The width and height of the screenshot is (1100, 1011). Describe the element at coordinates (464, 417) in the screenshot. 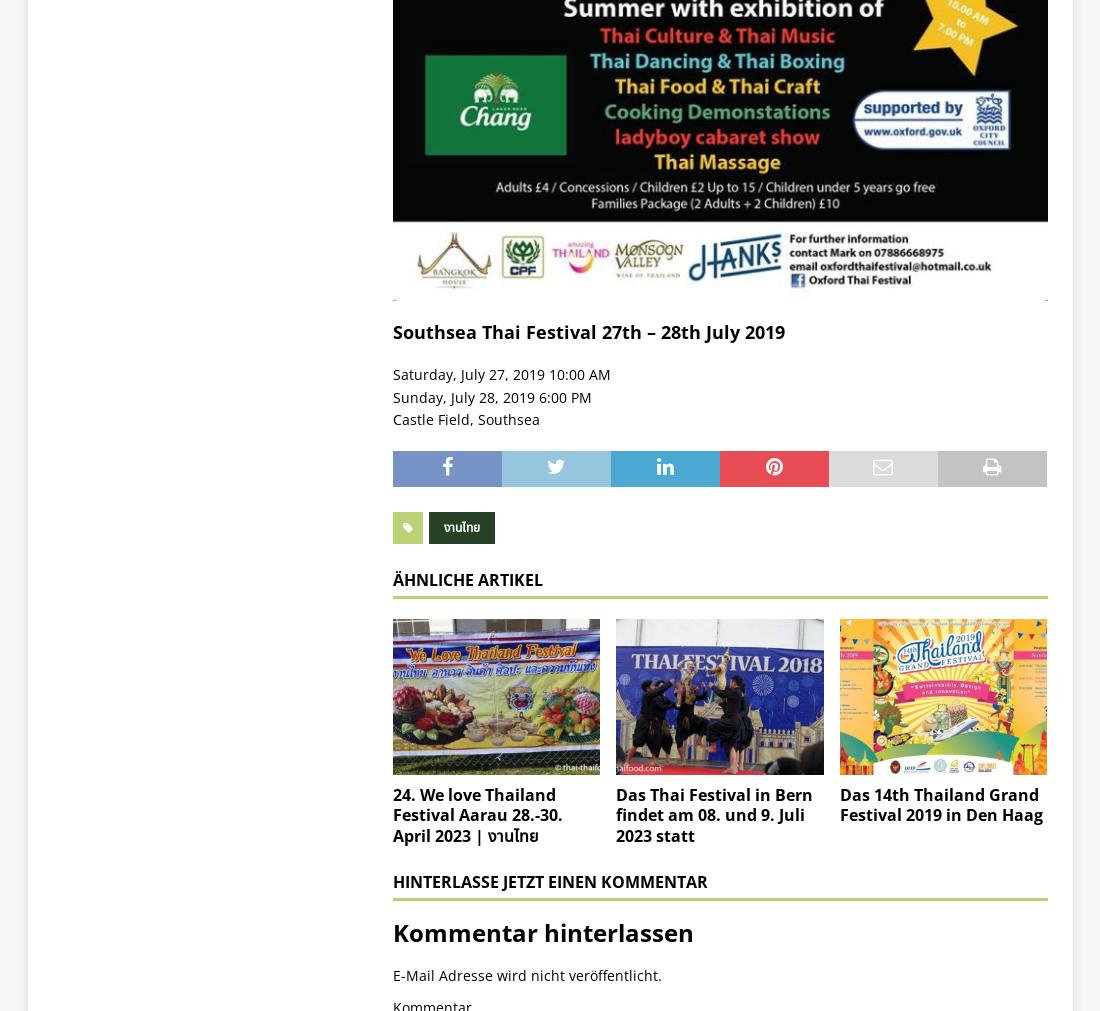

I see `'Castle Field, Southsea'` at that location.